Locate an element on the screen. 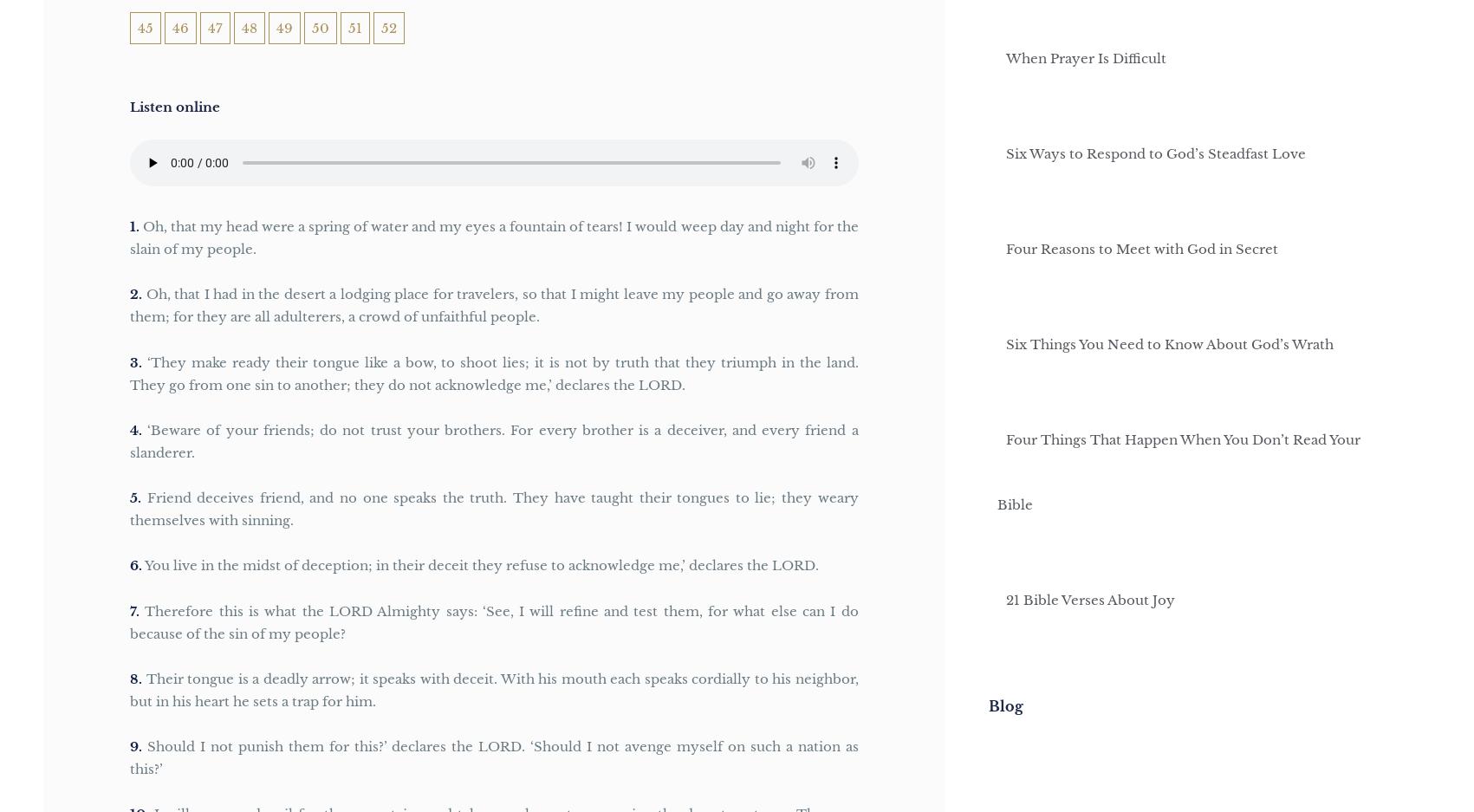 Image resolution: width=1474 pixels, height=812 pixels. 'Blog' is located at coordinates (1004, 704).